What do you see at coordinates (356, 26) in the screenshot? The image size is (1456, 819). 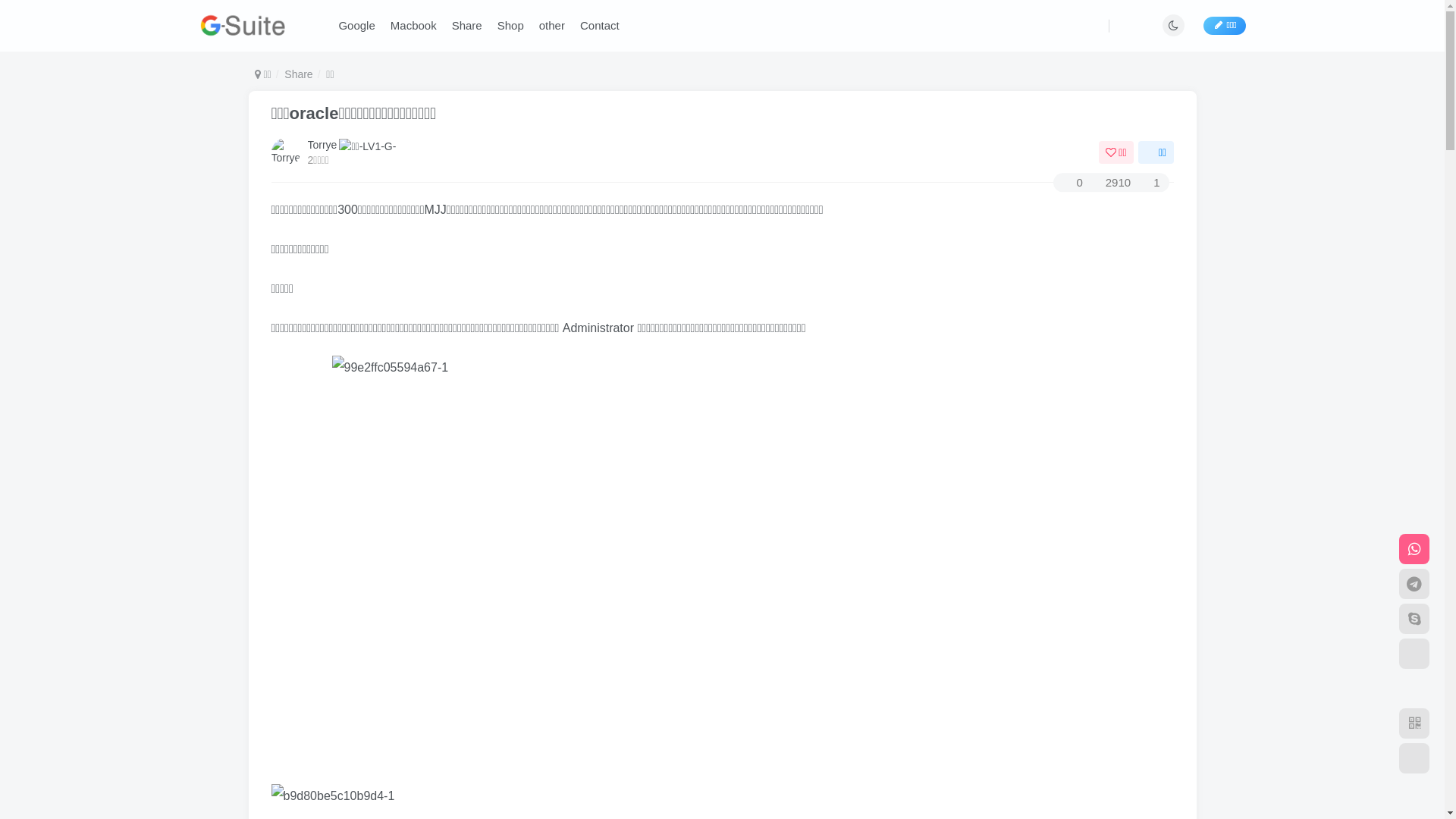 I see `'Google'` at bounding box center [356, 26].